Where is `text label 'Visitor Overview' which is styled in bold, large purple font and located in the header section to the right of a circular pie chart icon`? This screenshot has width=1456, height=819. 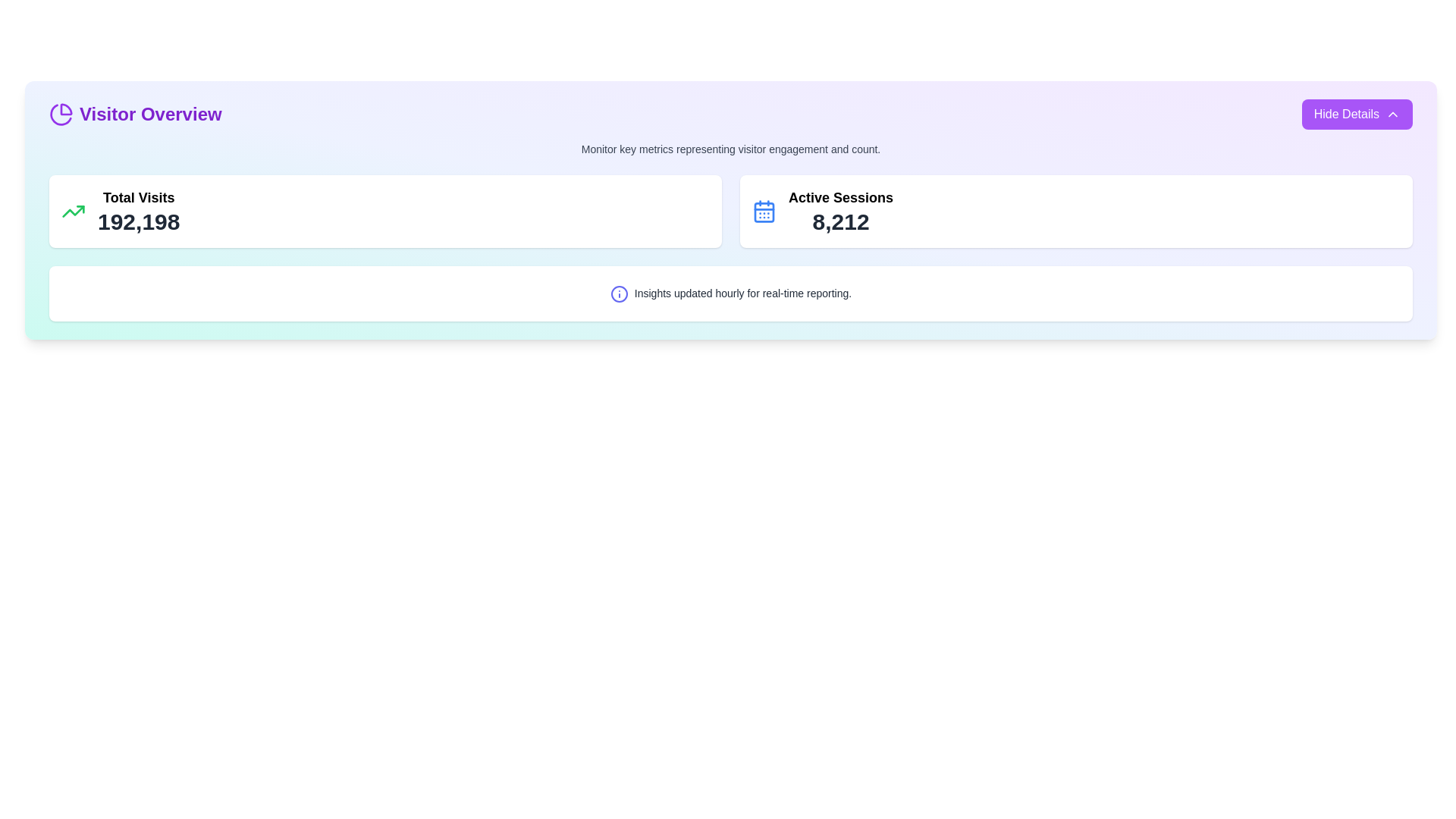 text label 'Visitor Overview' which is styled in bold, large purple font and located in the header section to the right of a circular pie chart icon is located at coordinates (150, 113).